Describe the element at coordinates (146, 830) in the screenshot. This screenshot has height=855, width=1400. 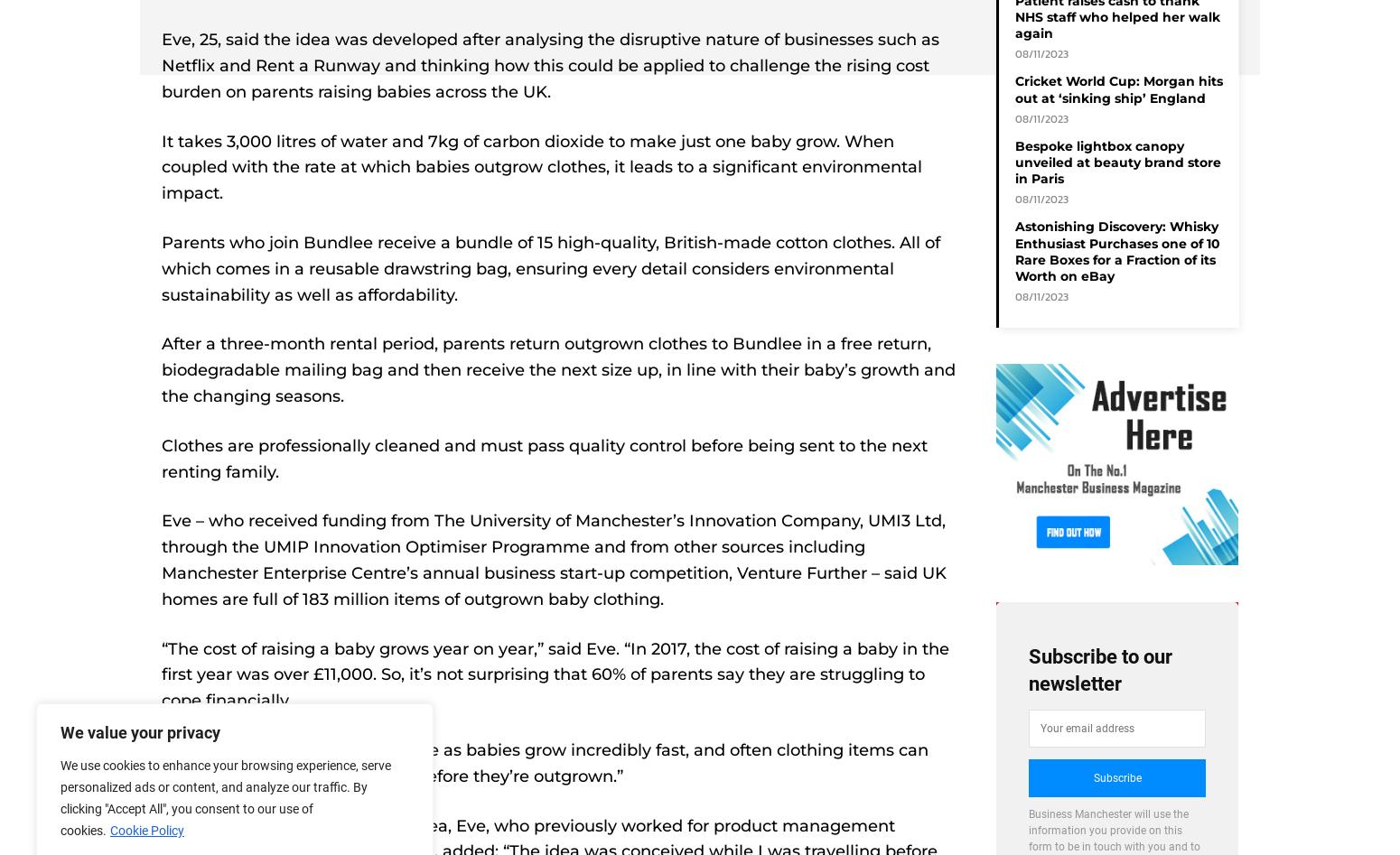
I see `'Cookie Policy'` at that location.